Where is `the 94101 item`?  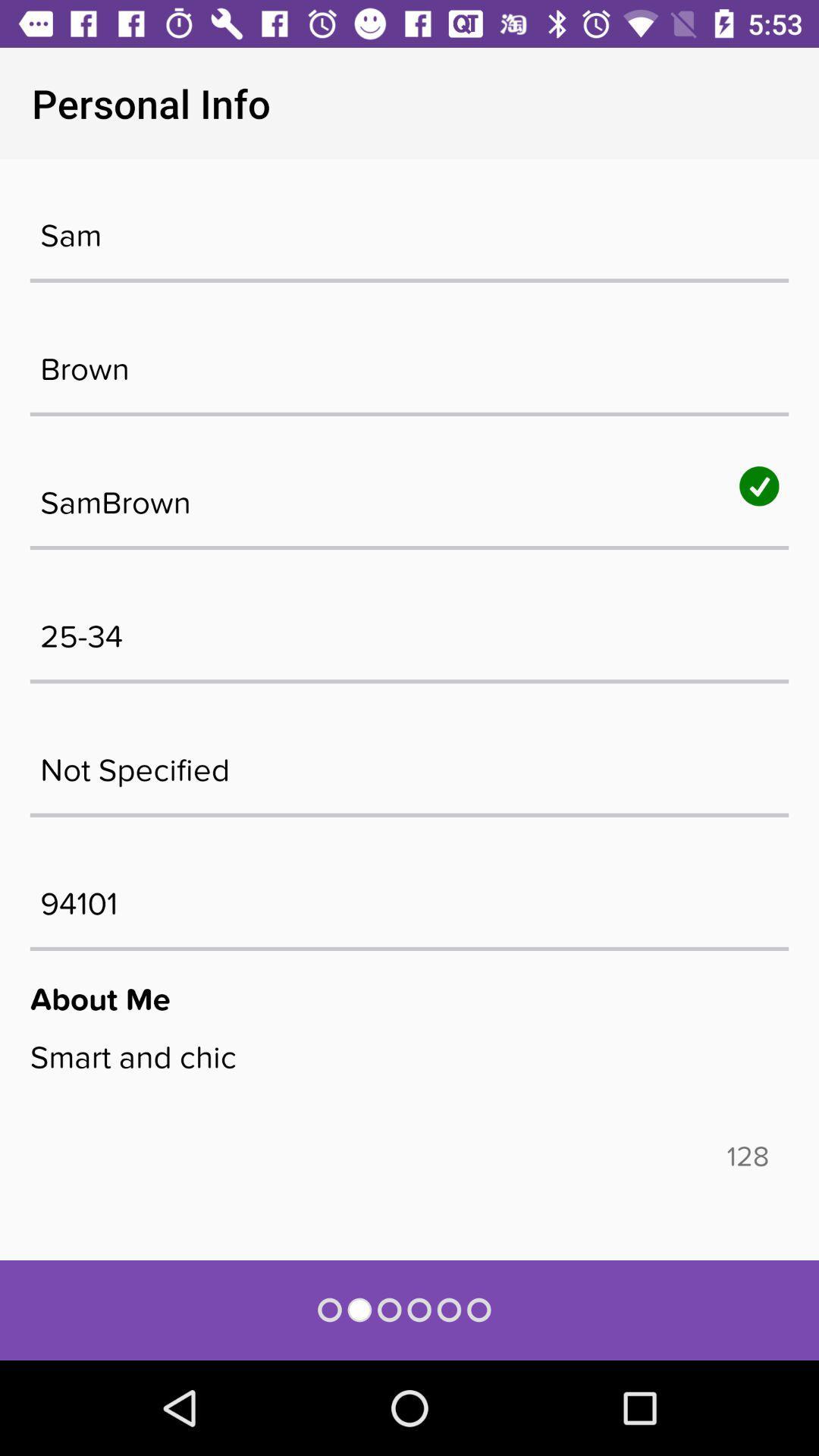 the 94101 item is located at coordinates (409, 896).